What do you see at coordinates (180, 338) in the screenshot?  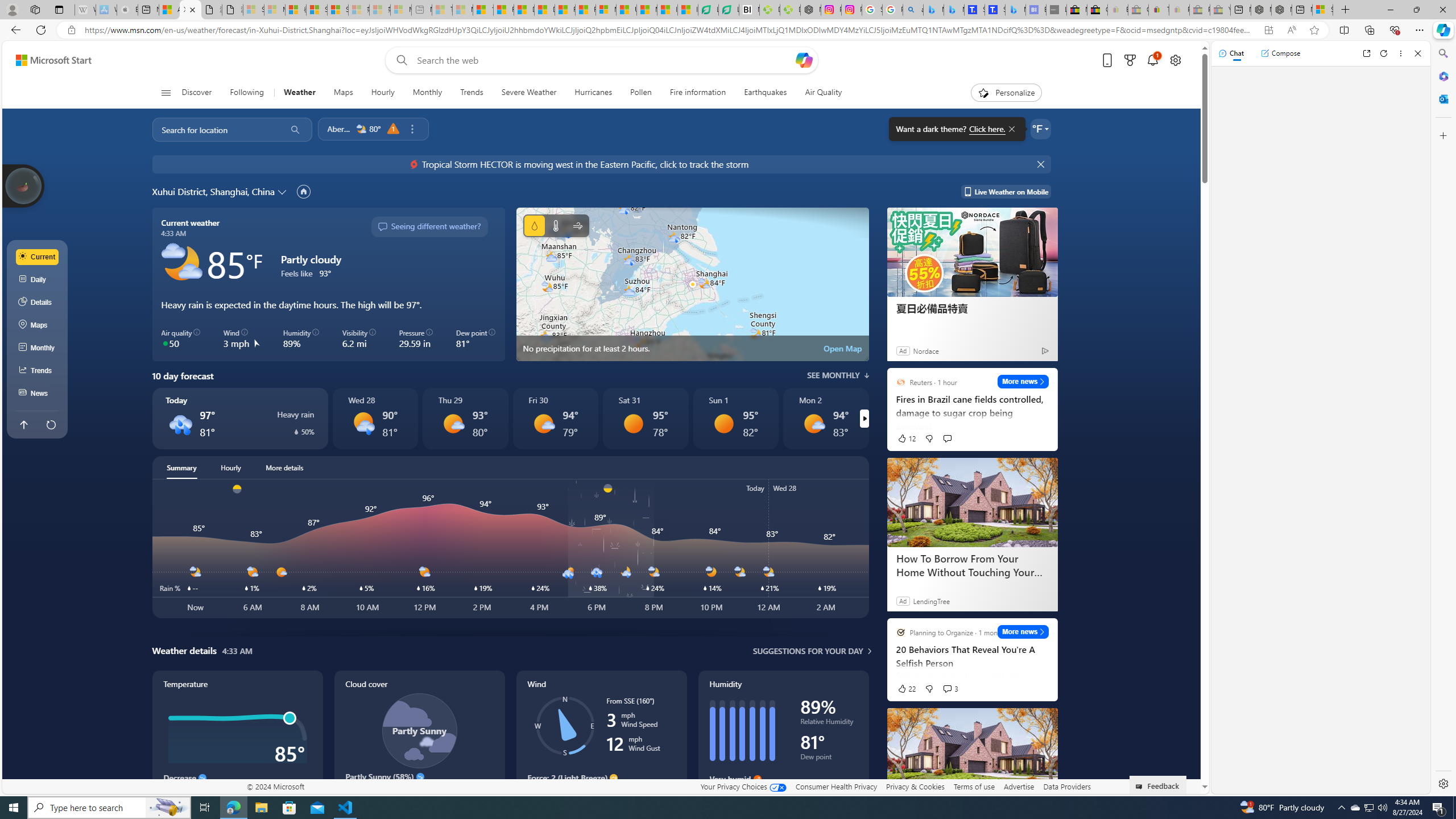 I see `'Air quality 50'` at bounding box center [180, 338].